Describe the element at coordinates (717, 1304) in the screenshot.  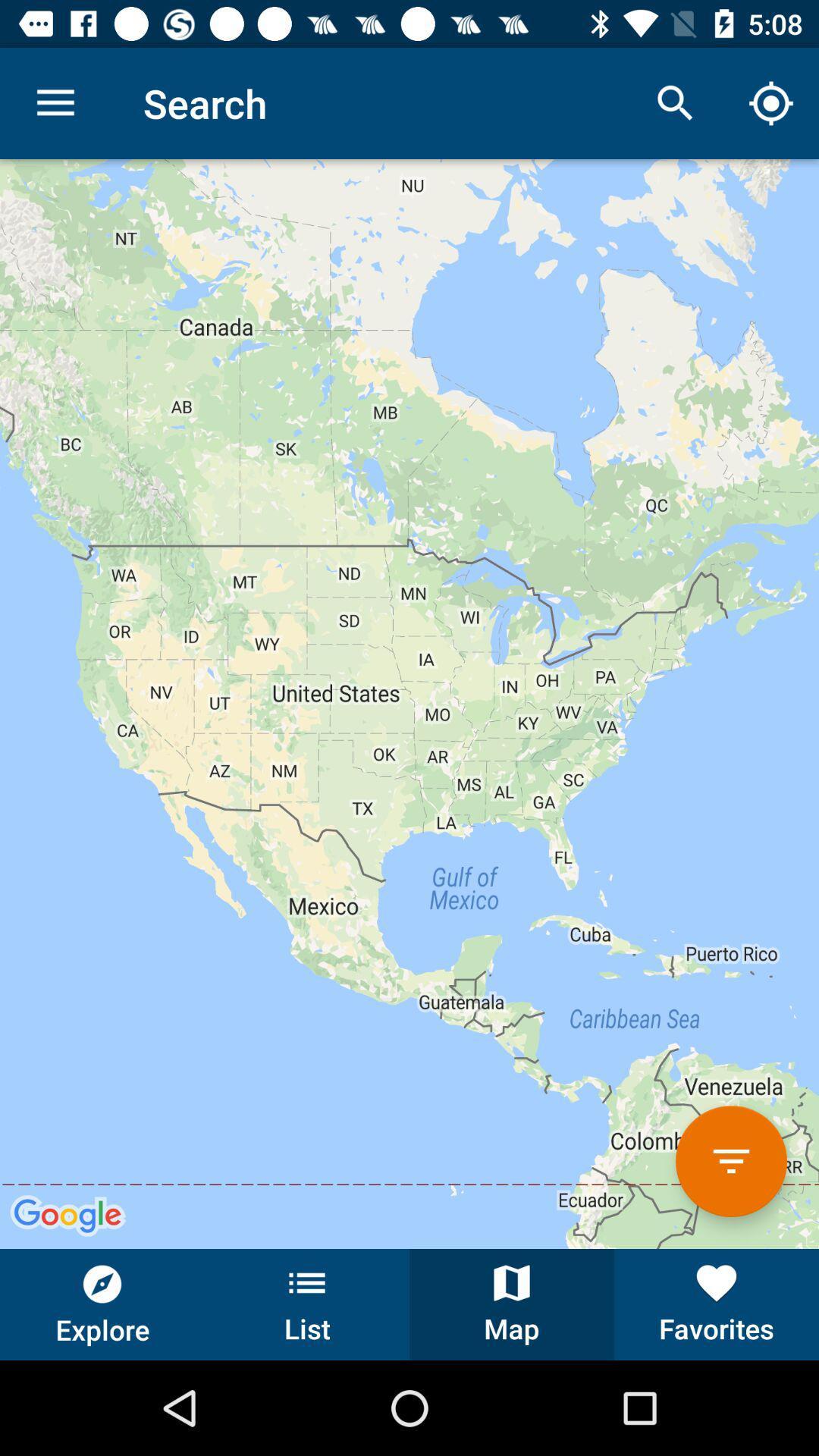
I see `favorites icon` at that location.